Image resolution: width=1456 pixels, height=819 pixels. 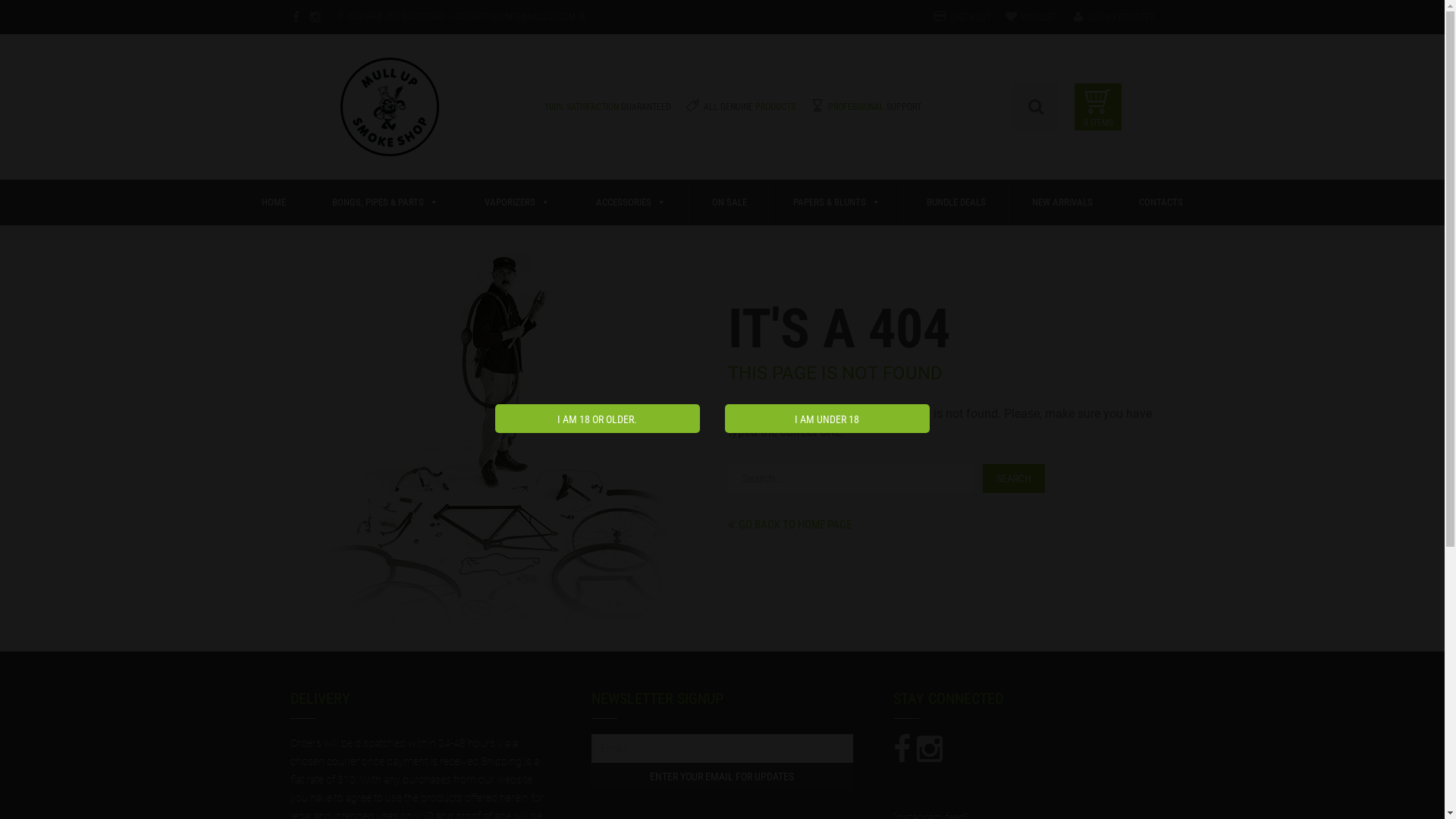 What do you see at coordinates (723, 418) in the screenshot?
I see `'I am under 18'` at bounding box center [723, 418].